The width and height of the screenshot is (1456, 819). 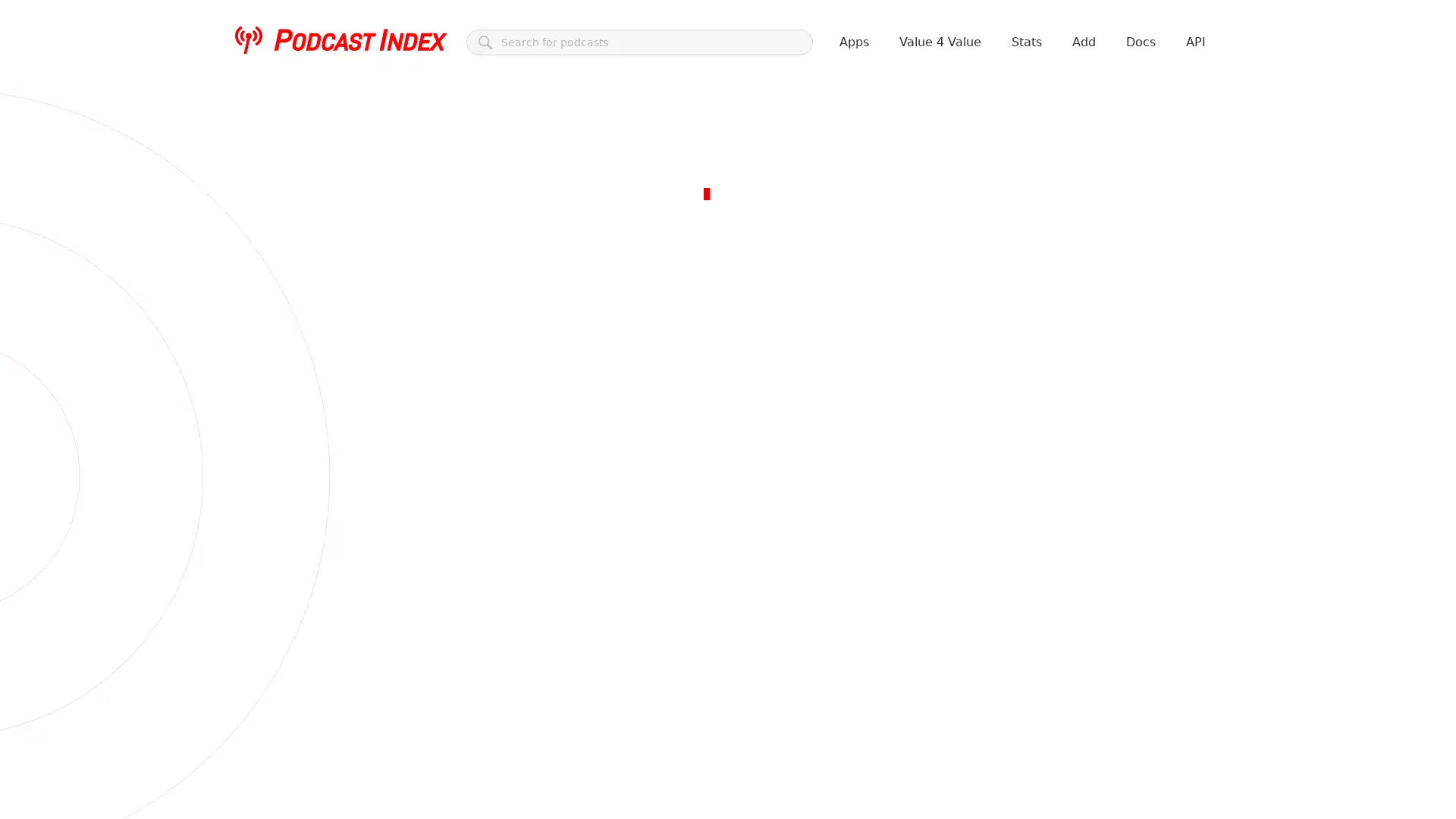 What do you see at coordinates (376, 379) in the screenshot?
I see `Show All` at bounding box center [376, 379].